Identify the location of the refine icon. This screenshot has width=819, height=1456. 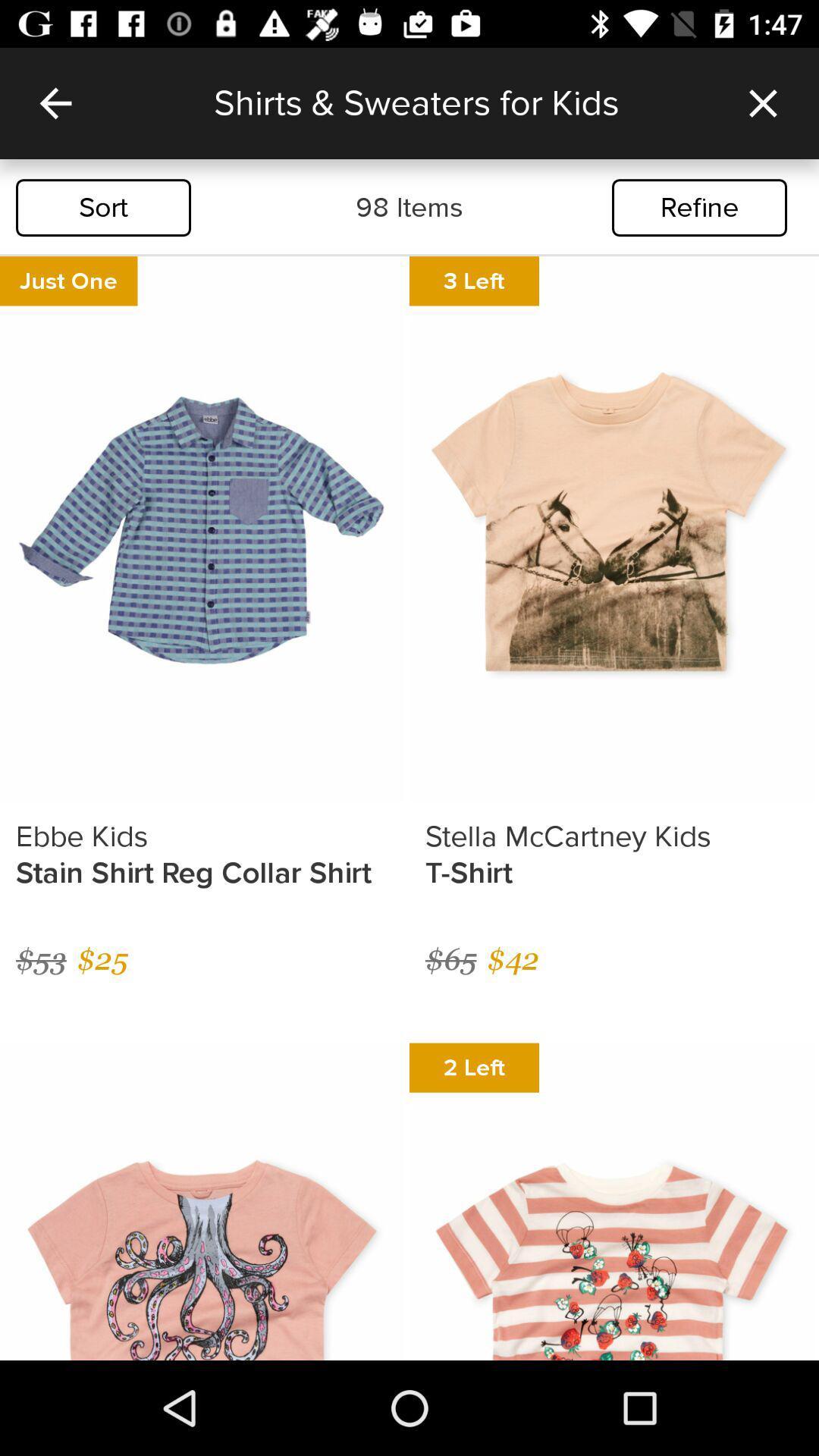
(699, 207).